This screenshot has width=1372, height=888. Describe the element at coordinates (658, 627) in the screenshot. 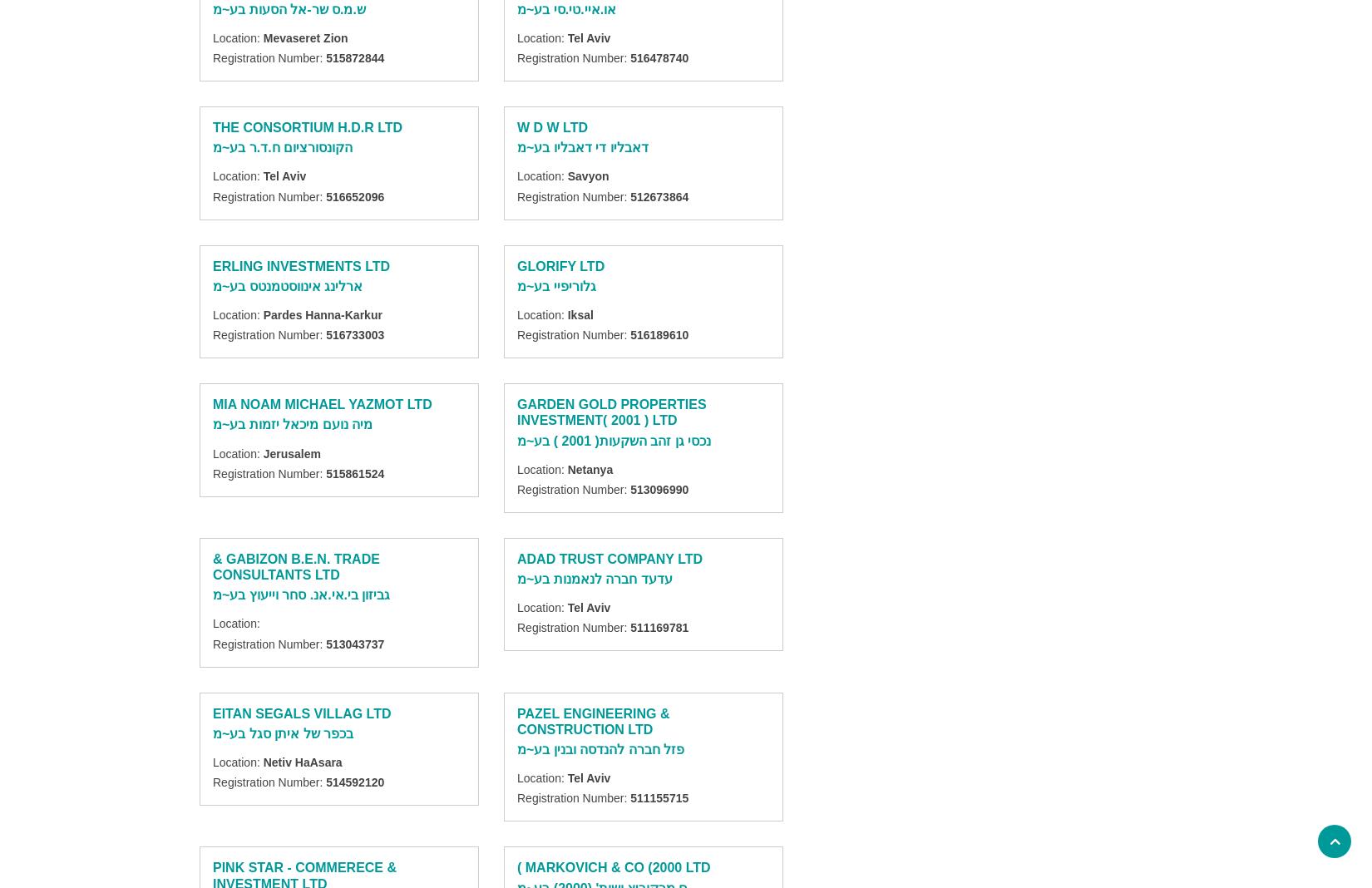

I see `'511169781'` at that location.